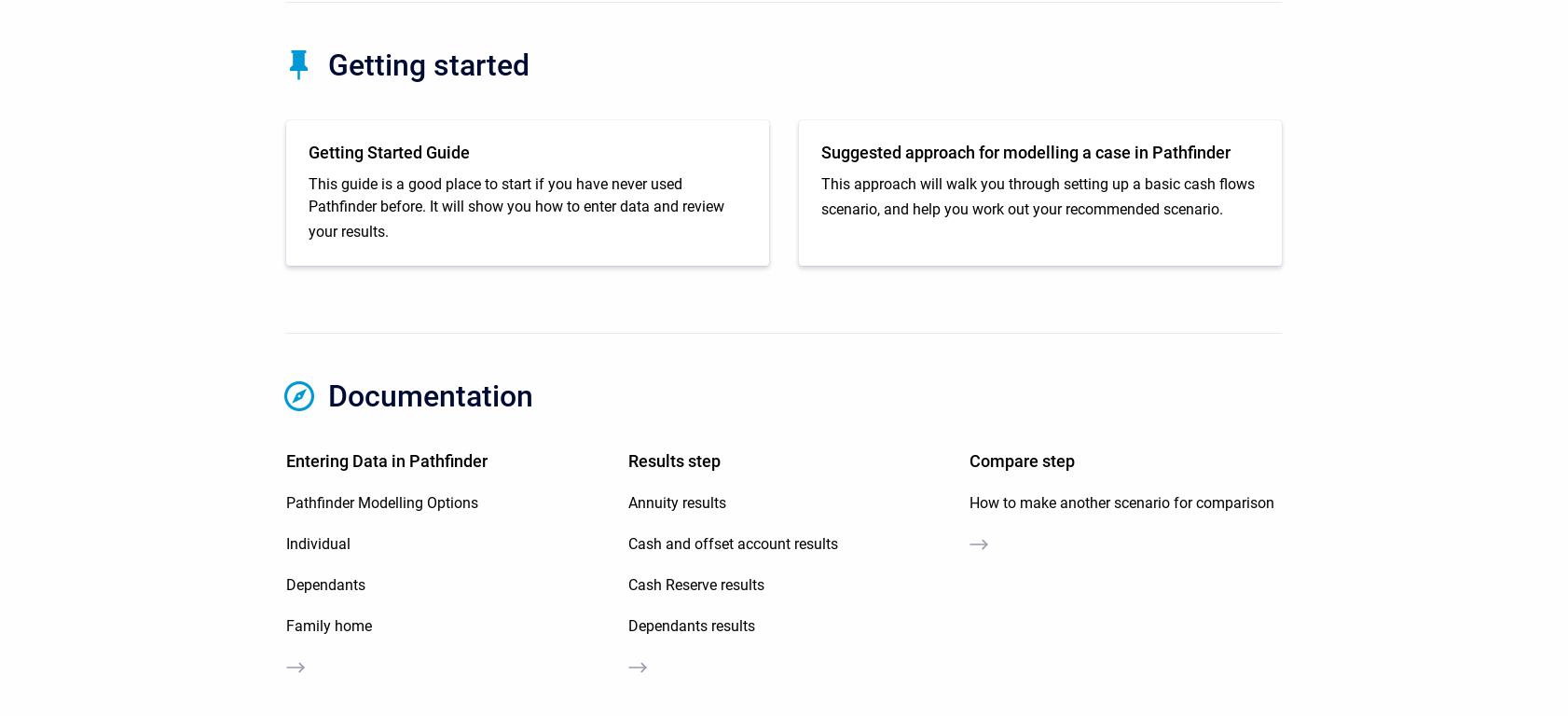  Describe the element at coordinates (429, 62) in the screenshot. I see `'Getting started'` at that location.